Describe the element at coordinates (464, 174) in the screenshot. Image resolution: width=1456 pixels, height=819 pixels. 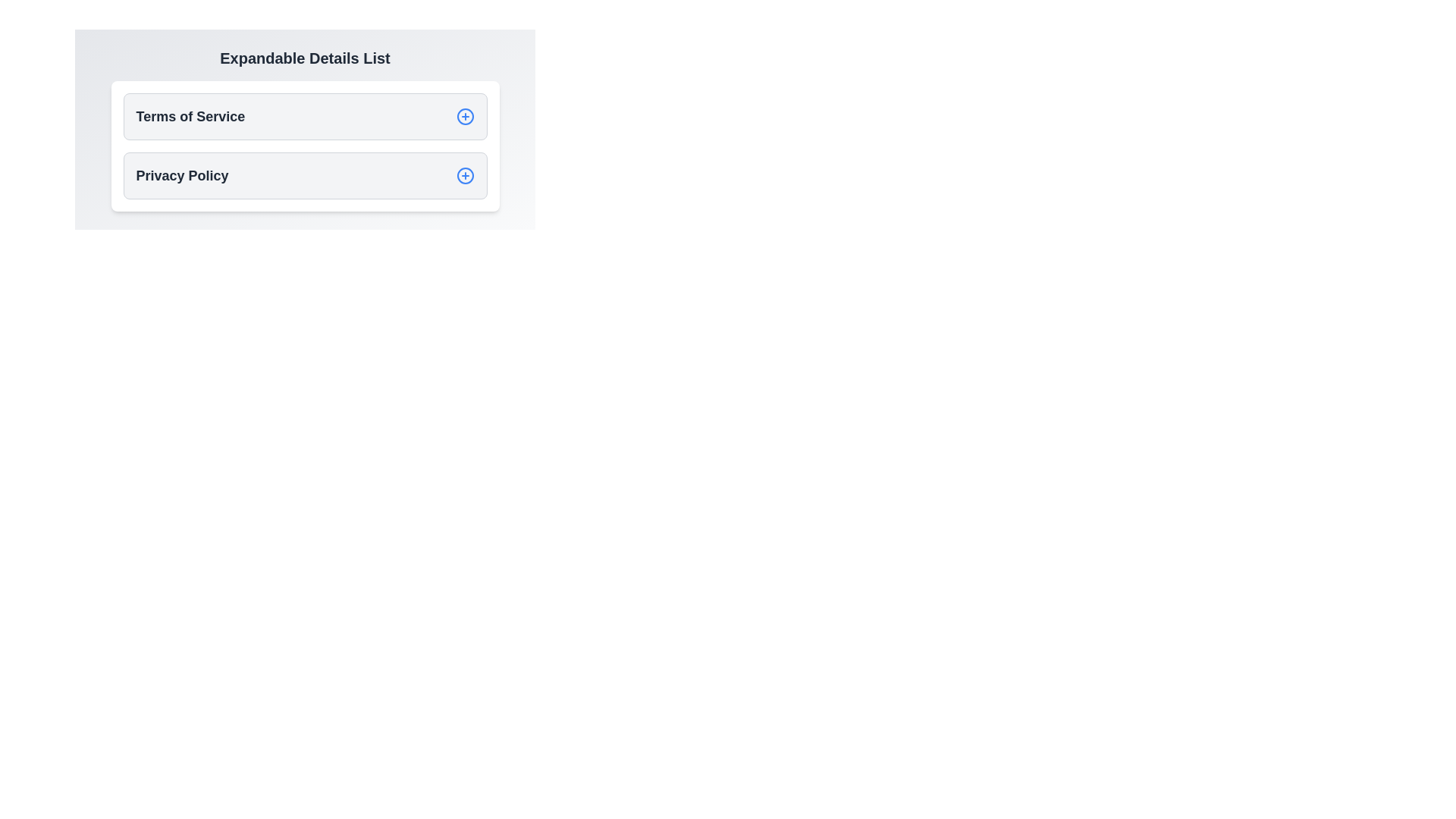
I see `the button` at that location.